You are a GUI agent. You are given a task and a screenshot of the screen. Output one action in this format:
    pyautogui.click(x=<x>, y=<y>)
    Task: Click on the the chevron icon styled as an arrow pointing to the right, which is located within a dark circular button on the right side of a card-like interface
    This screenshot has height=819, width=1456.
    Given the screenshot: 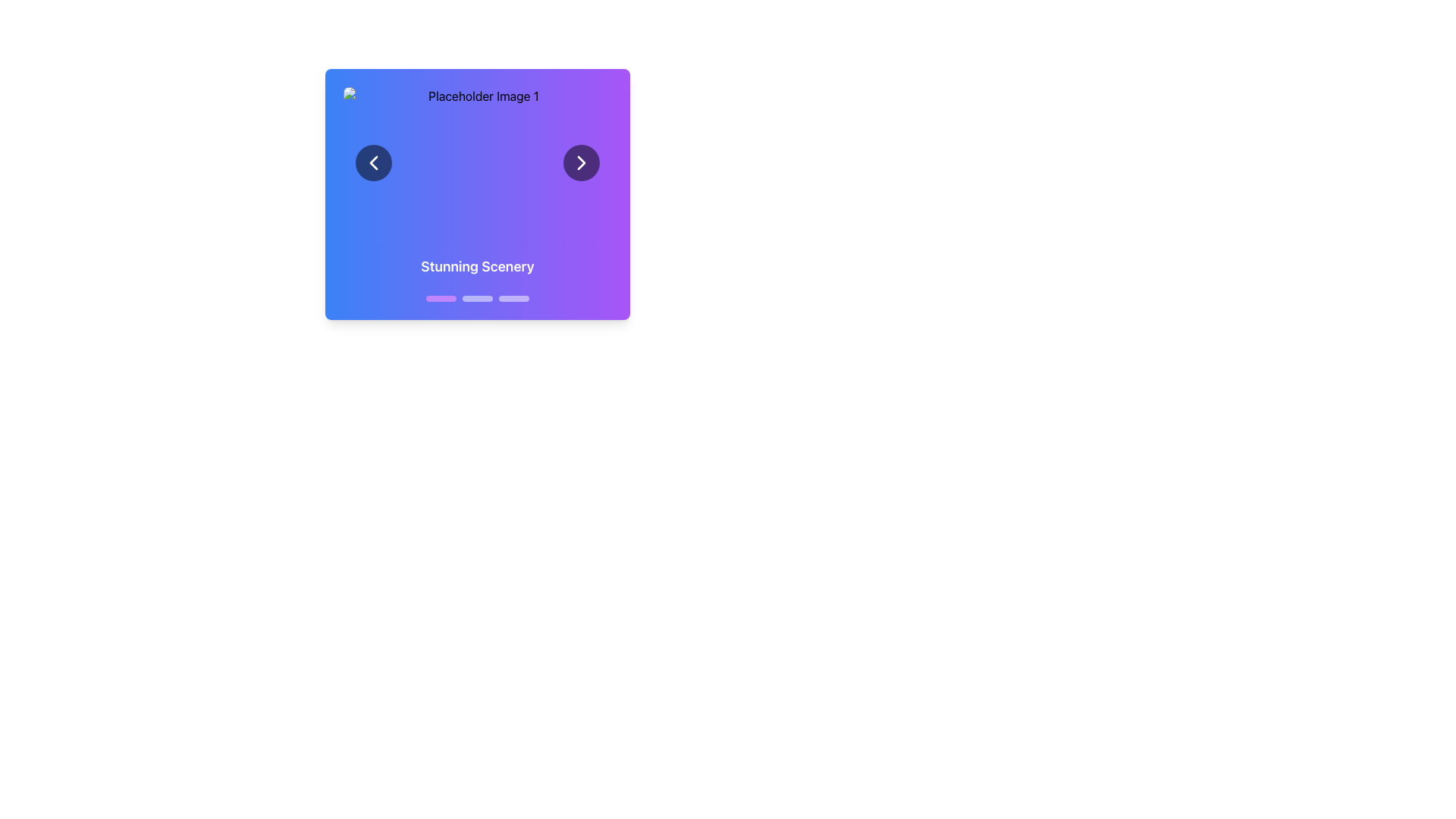 What is the action you would take?
    pyautogui.click(x=581, y=162)
    